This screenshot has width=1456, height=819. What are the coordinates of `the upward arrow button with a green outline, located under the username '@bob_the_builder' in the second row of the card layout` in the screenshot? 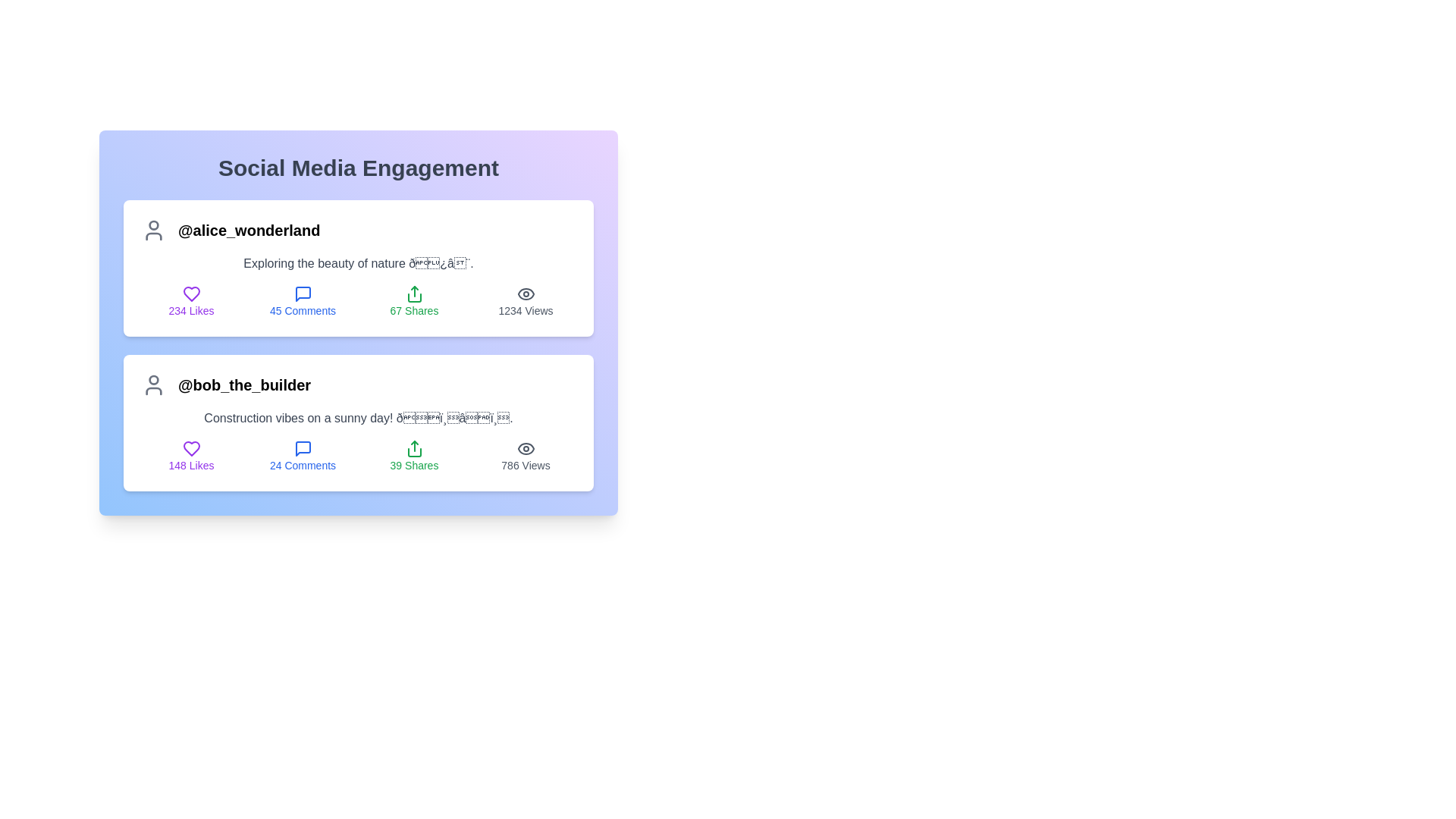 It's located at (414, 447).